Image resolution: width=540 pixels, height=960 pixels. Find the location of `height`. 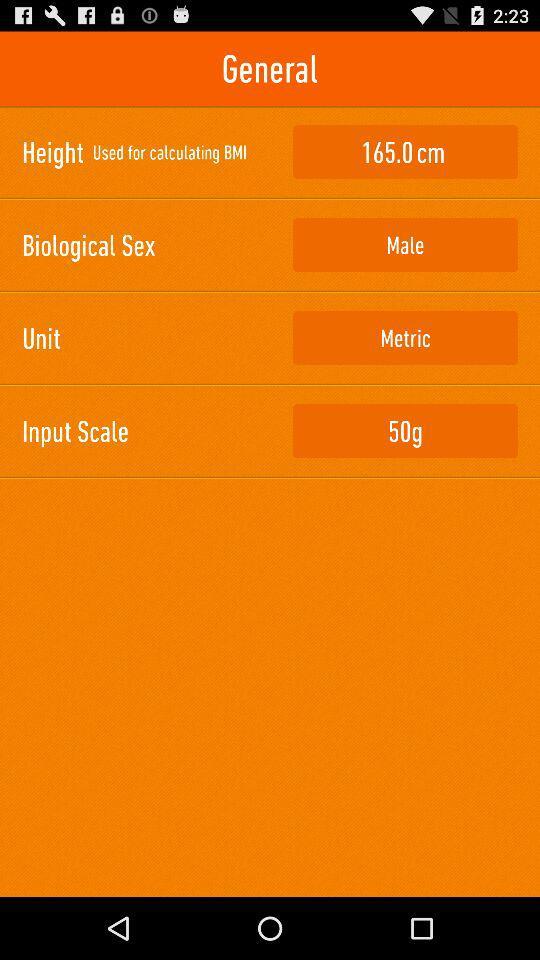

height is located at coordinates (405, 151).